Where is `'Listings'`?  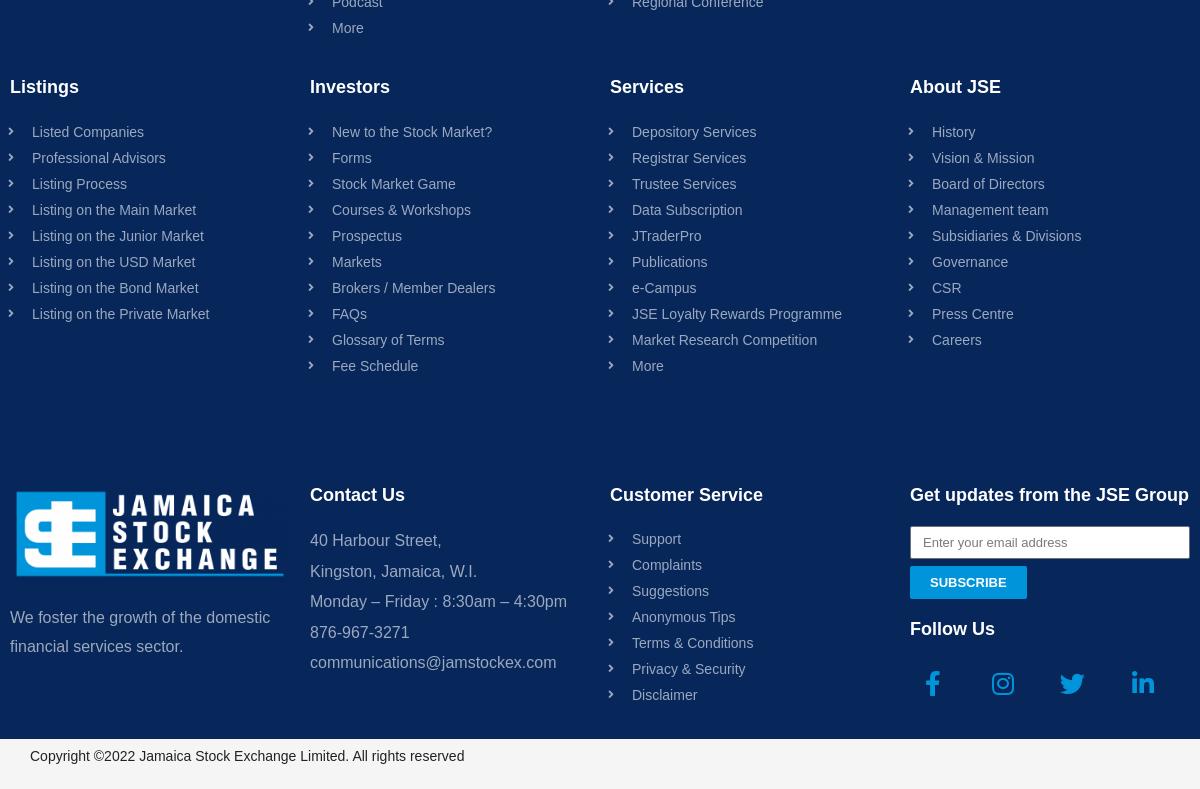
'Listings' is located at coordinates (44, 87).